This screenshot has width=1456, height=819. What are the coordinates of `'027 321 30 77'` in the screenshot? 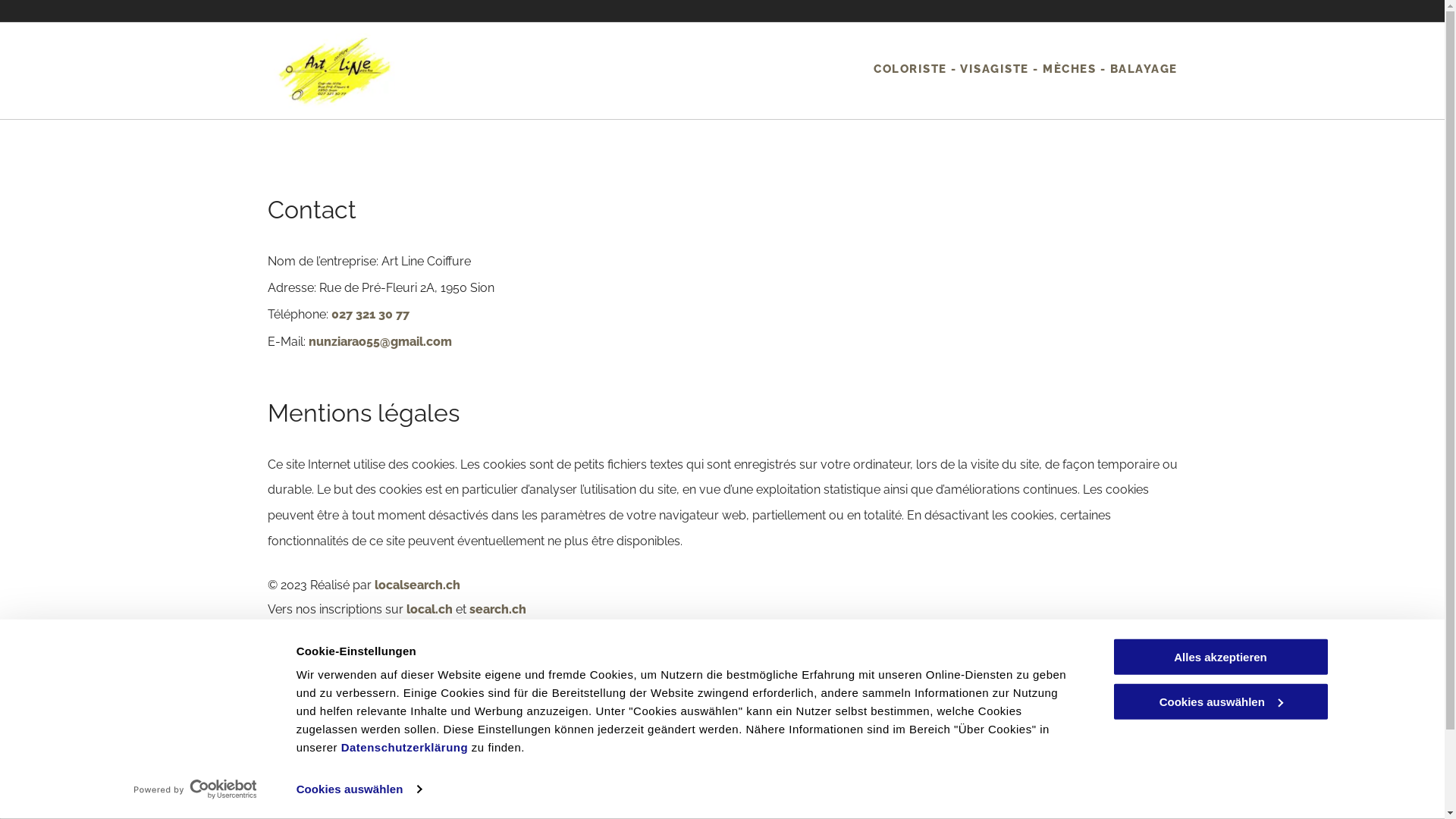 It's located at (528, 772).